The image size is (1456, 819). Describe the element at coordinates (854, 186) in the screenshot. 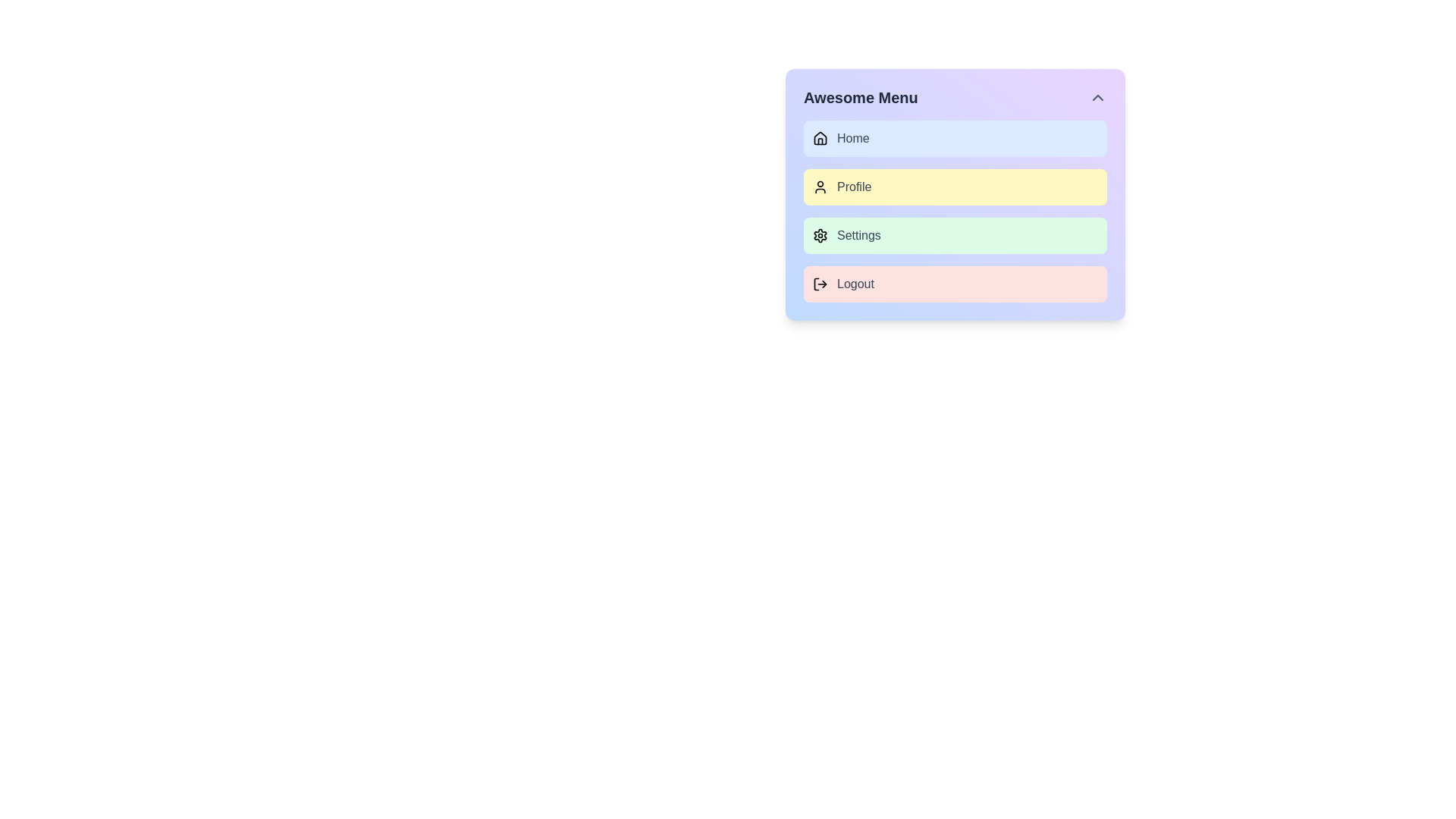

I see `the 'Profile' text label, which is the second item in the menu, displayed in gray on a yellow background, right-aligned next to a user icon` at that location.